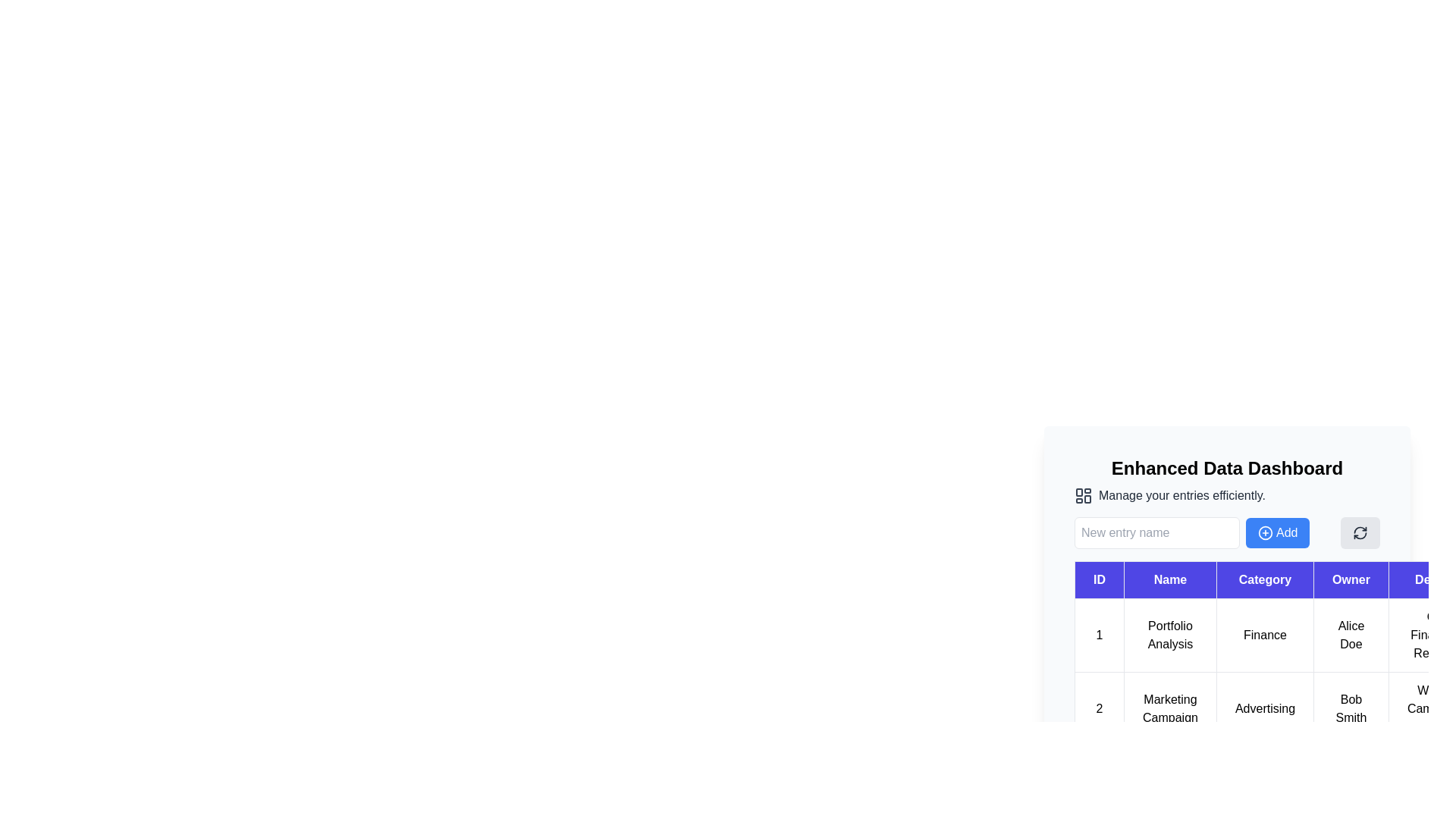 Image resolution: width=1456 pixels, height=819 pixels. I want to click on the Table Cell containing the number '2' in the first column of the second row to associate the ID with the row content, so click(1099, 708).